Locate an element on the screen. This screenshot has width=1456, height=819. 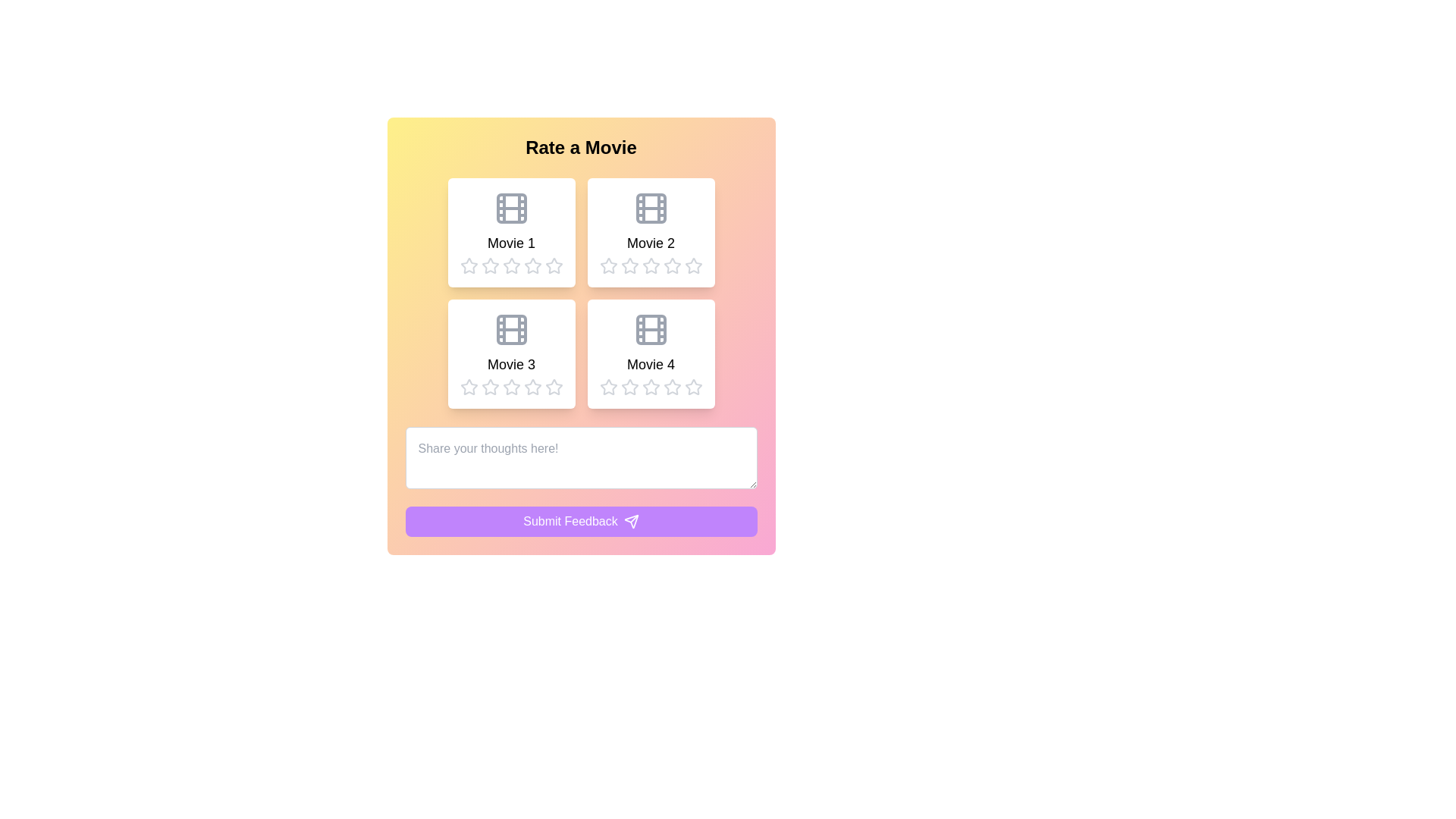
the star icon is located at coordinates (490, 386).